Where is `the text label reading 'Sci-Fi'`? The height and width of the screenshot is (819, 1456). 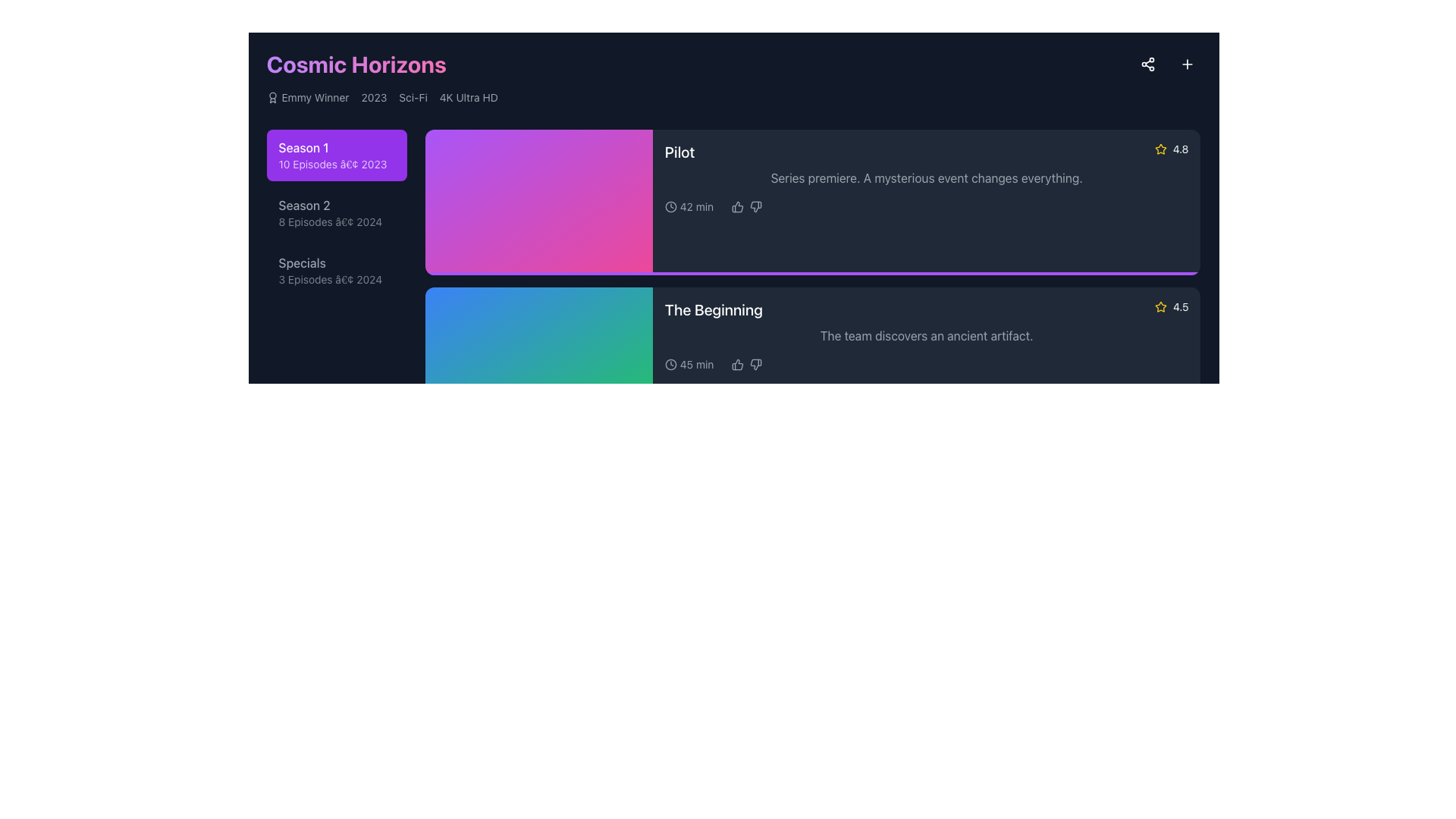 the text label reading 'Sci-Fi' is located at coordinates (413, 97).